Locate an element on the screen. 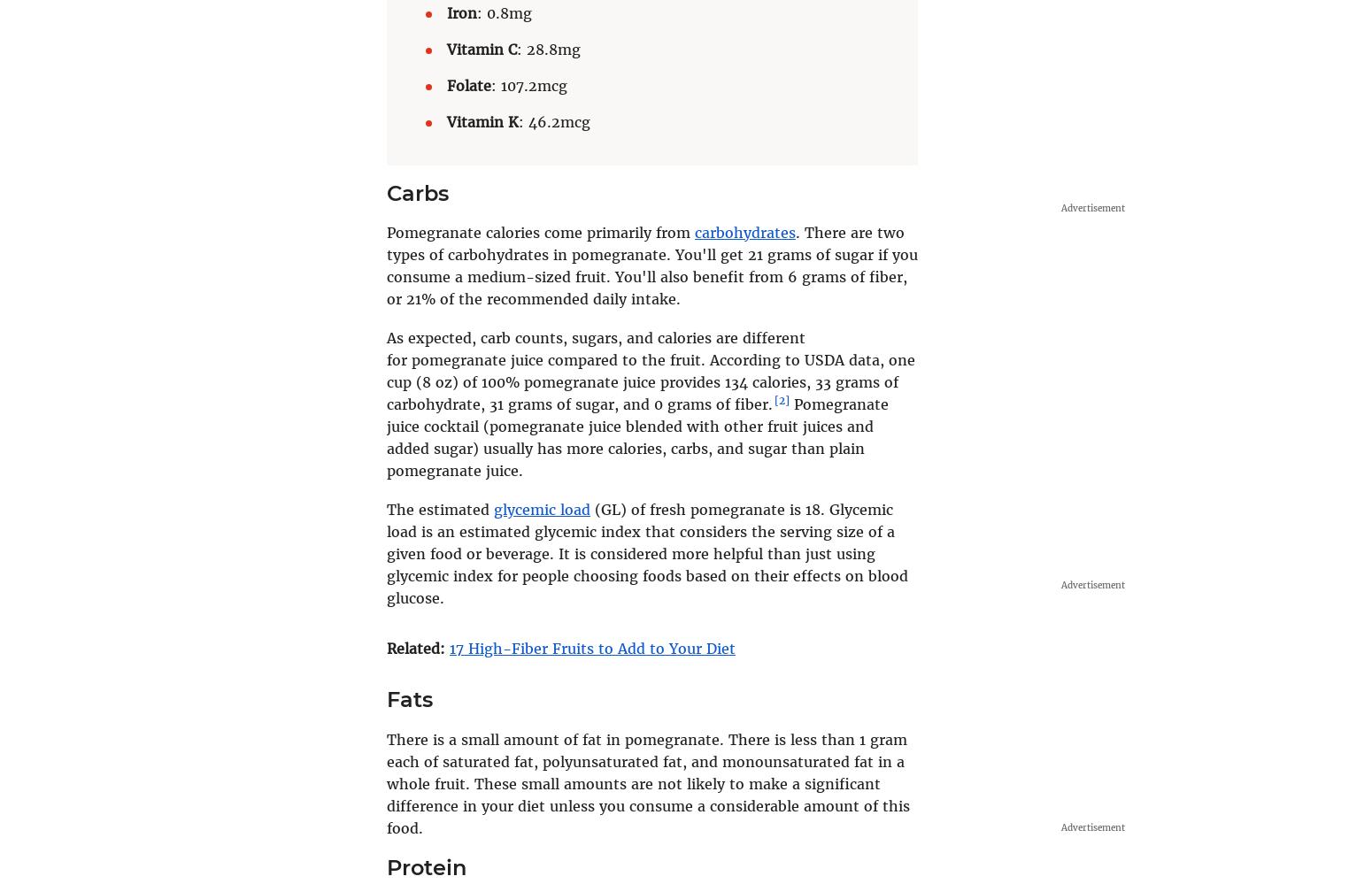 The height and width of the screenshot is (884, 1372). 'Pomegranate calories come primarily from' is located at coordinates (541, 232).